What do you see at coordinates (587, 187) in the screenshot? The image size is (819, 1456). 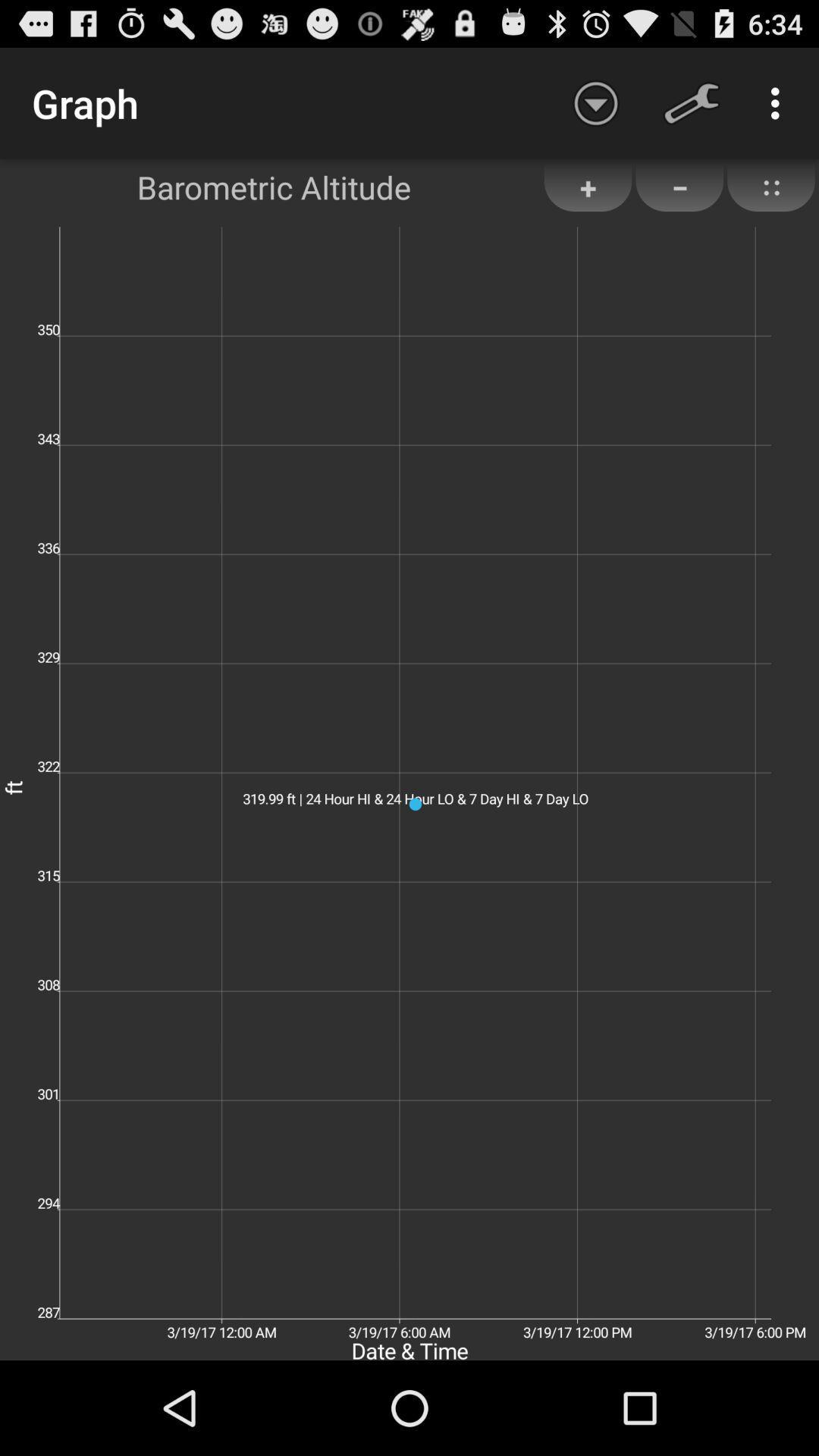 I see `the app to the right of barometric altitude` at bounding box center [587, 187].